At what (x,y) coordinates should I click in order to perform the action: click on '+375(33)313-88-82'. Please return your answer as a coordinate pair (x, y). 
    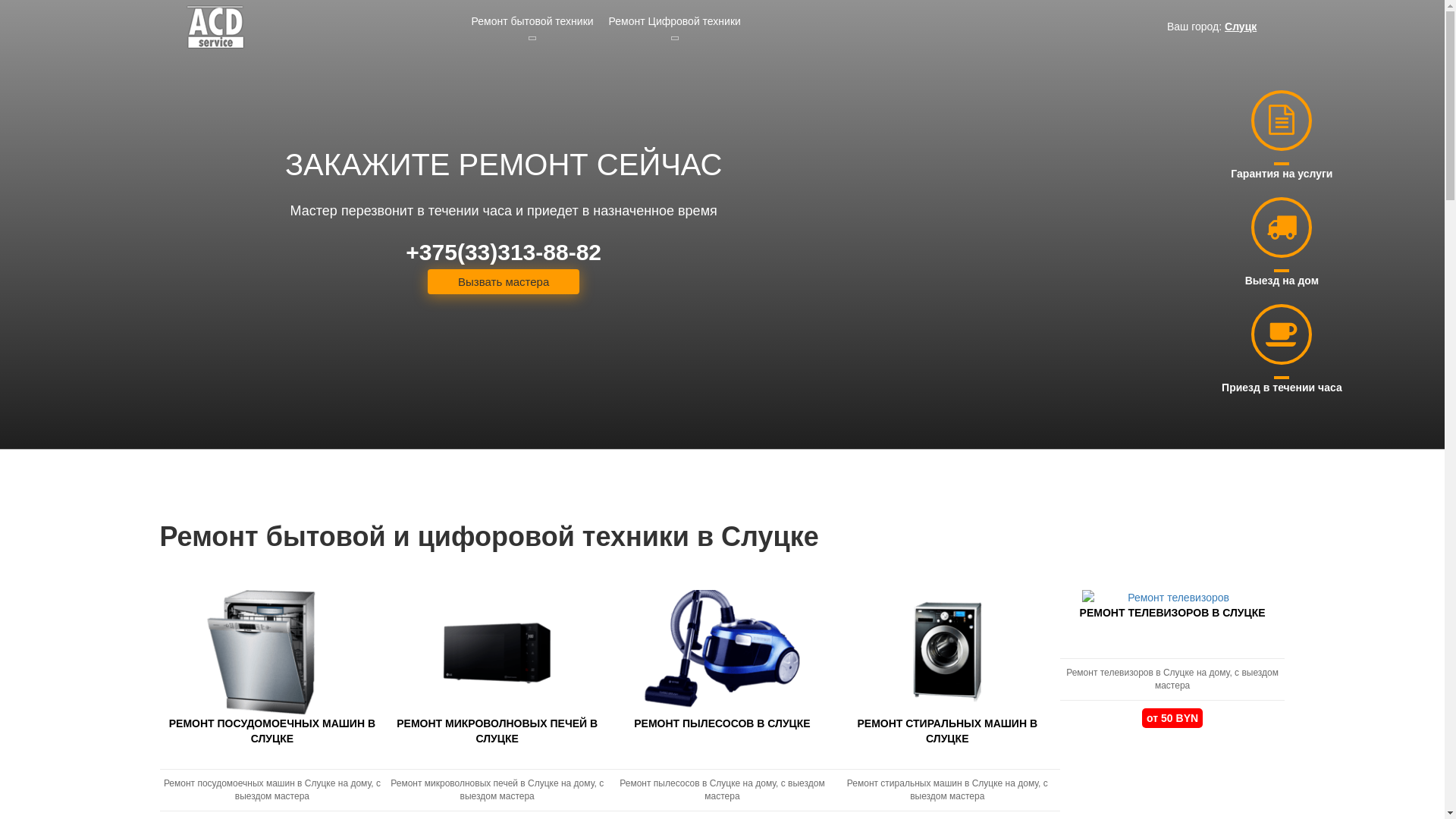
    Looking at the image, I should click on (504, 252).